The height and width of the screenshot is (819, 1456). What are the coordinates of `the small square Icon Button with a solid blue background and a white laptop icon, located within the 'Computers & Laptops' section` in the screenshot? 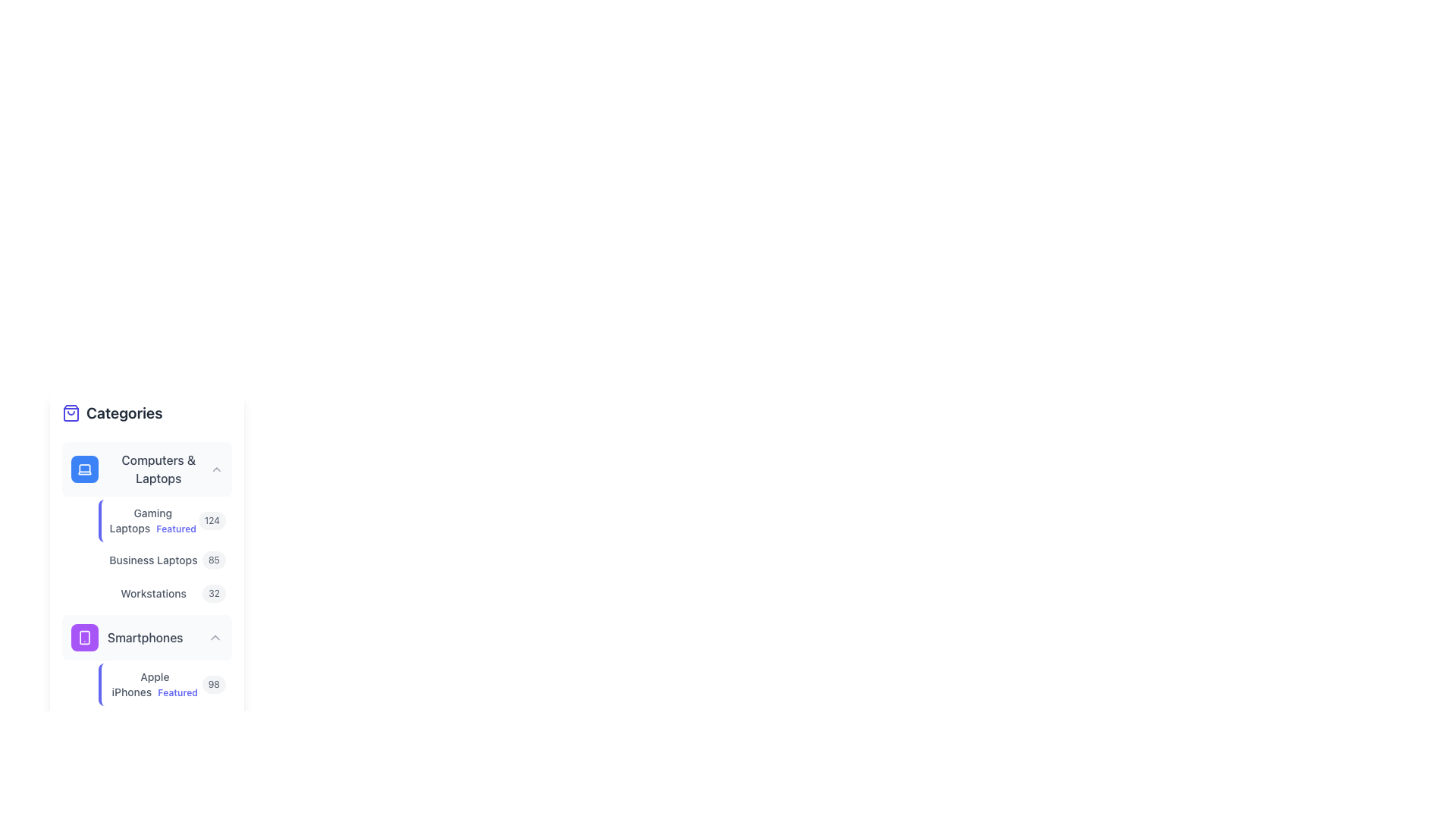 It's located at (83, 468).